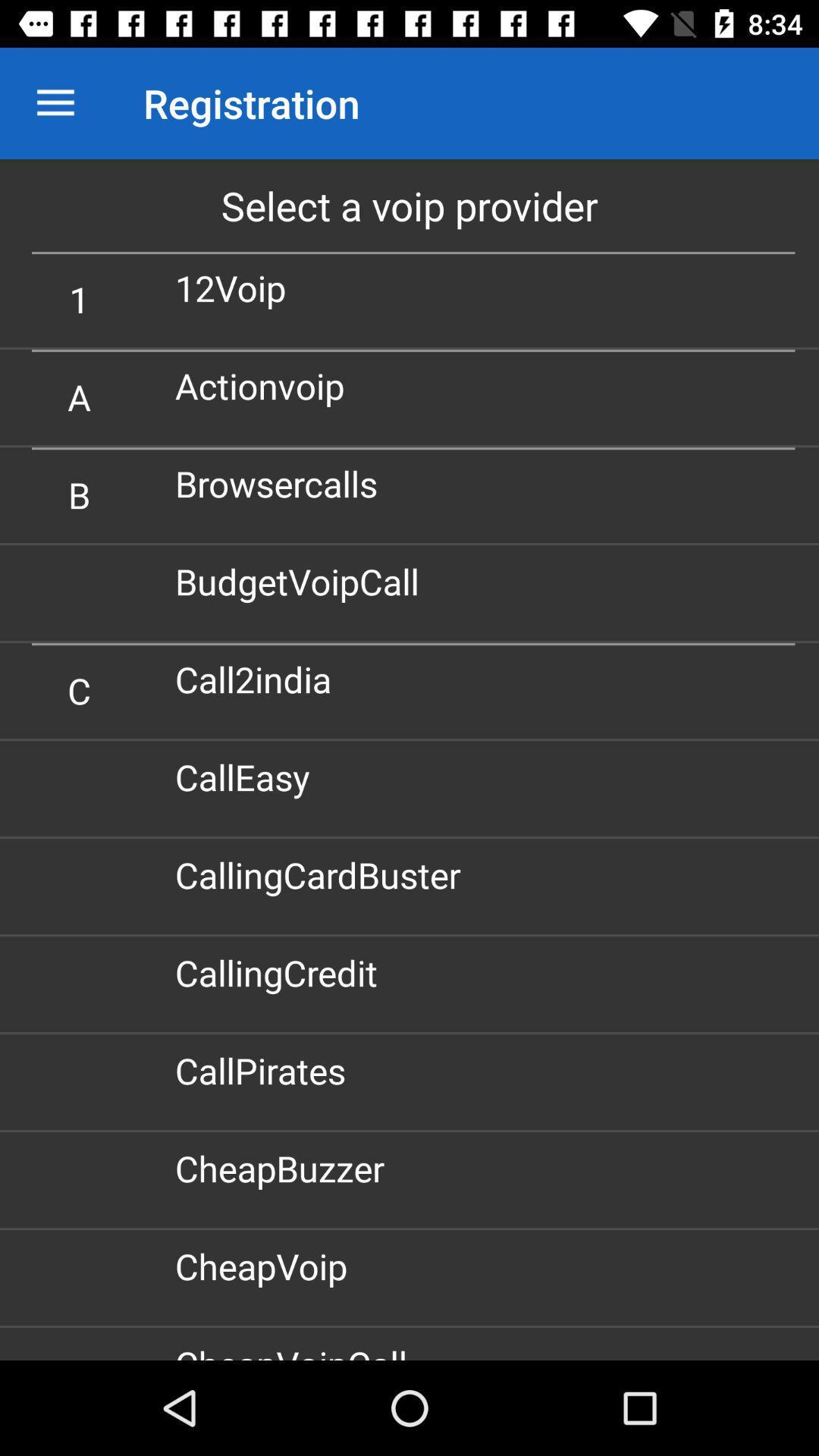 The height and width of the screenshot is (1456, 819). Describe the element at coordinates (259, 678) in the screenshot. I see `call2india icon` at that location.